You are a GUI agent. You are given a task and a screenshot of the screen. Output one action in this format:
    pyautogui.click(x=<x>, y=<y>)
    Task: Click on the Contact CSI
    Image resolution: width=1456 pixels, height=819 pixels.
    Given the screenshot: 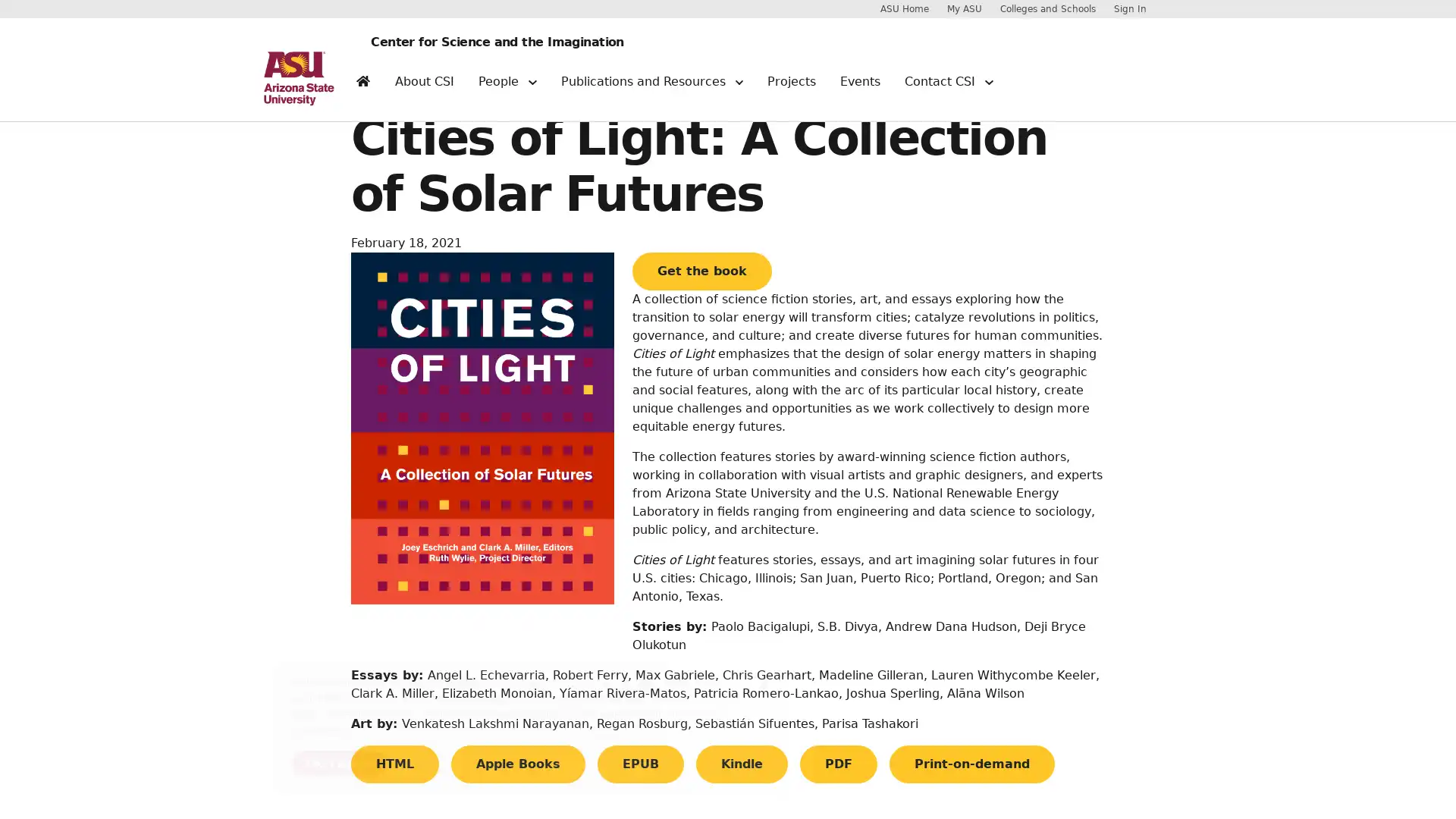 What is the action you would take?
    pyautogui.click(x=948, y=87)
    